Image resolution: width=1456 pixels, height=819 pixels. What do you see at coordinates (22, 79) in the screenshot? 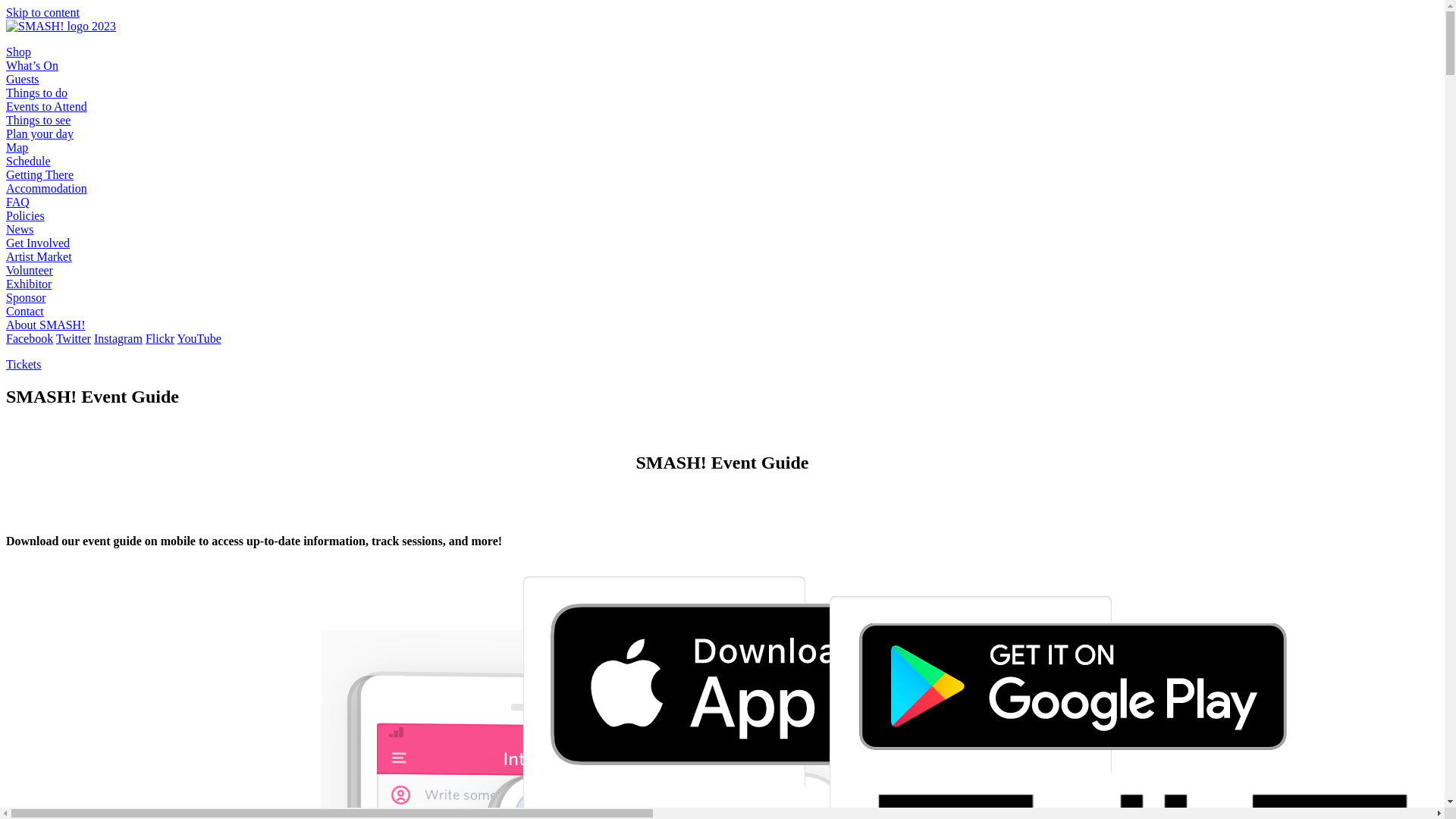
I see `'Guests'` at bounding box center [22, 79].